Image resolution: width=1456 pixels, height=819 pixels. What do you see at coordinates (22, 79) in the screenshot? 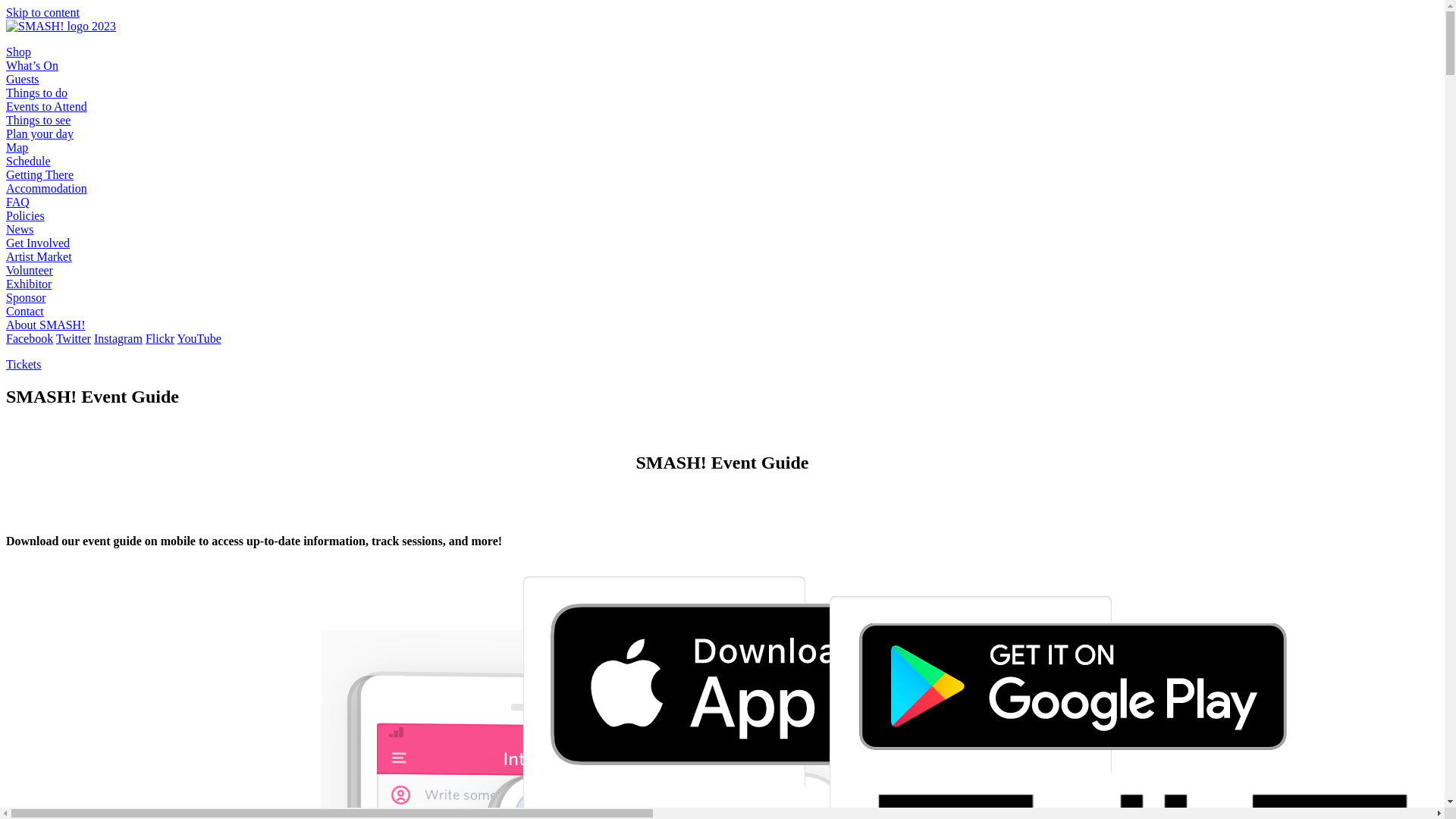
I see `'Guests'` at bounding box center [22, 79].